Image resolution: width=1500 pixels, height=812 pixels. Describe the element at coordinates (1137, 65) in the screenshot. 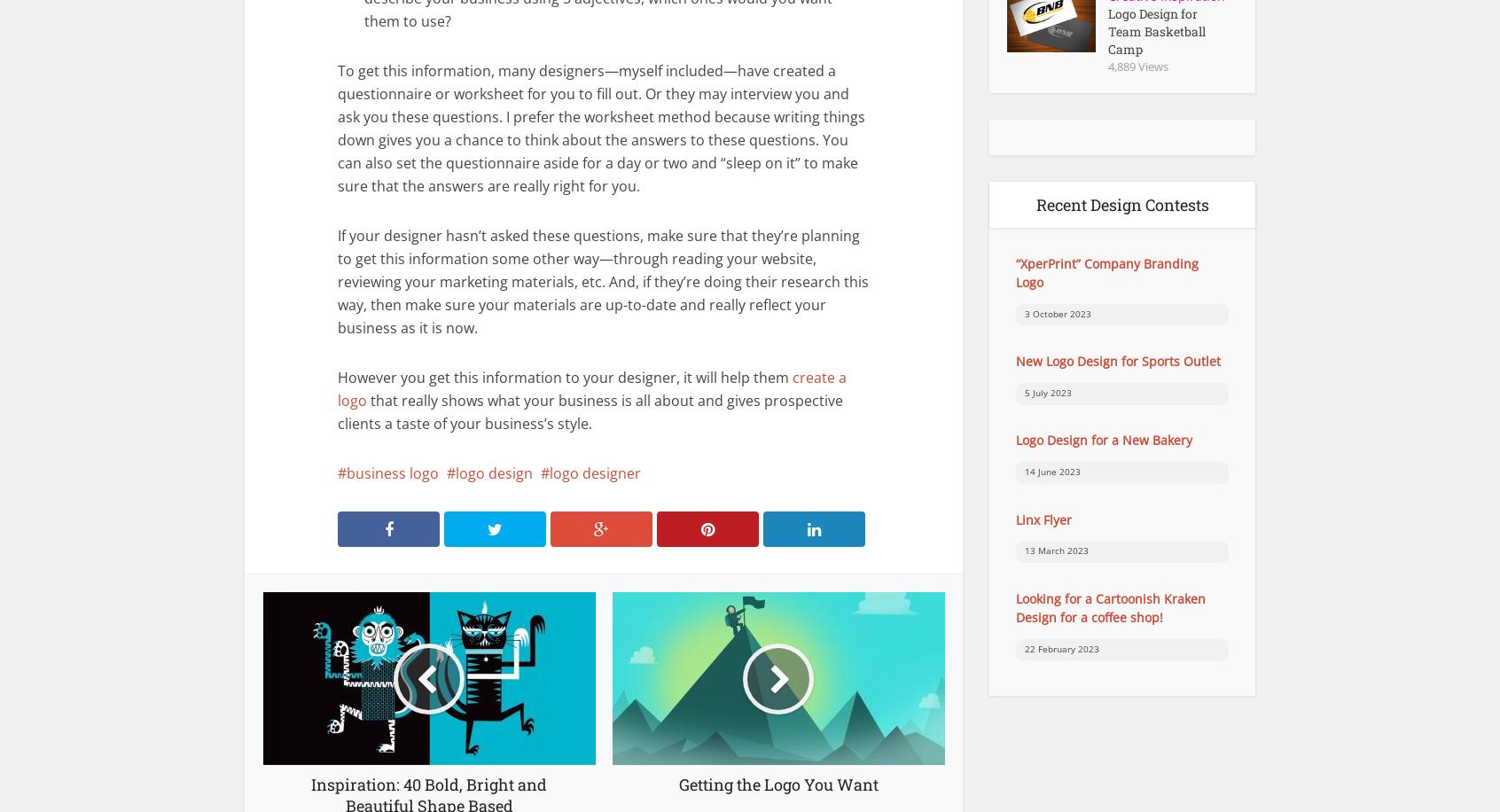

I see `'4,889 Views'` at that location.